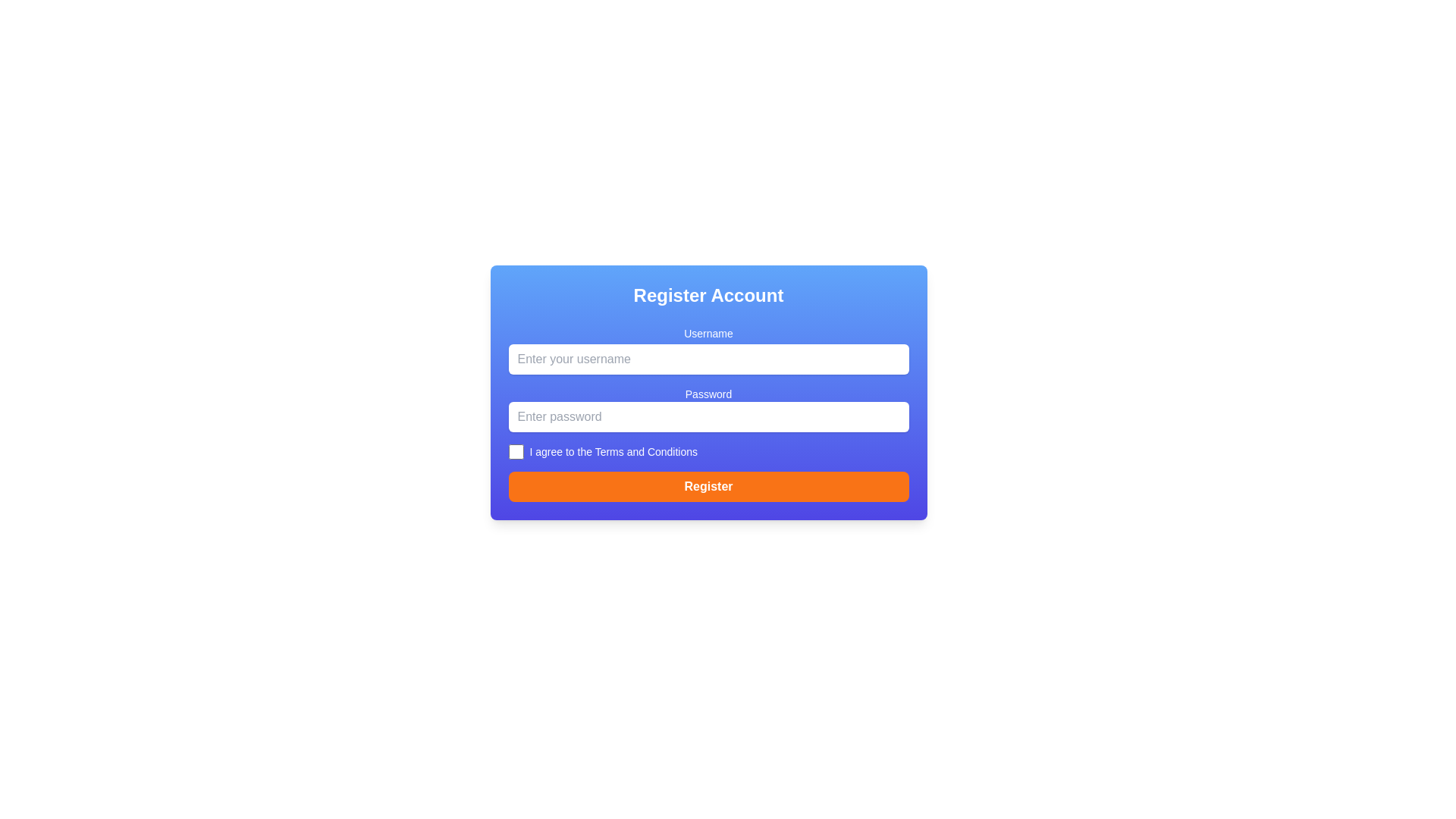  I want to click on the checkbox styled with a square shape and rounded corners, located in front of the text 'I agree to the Terms and Conditions', so click(516, 451).